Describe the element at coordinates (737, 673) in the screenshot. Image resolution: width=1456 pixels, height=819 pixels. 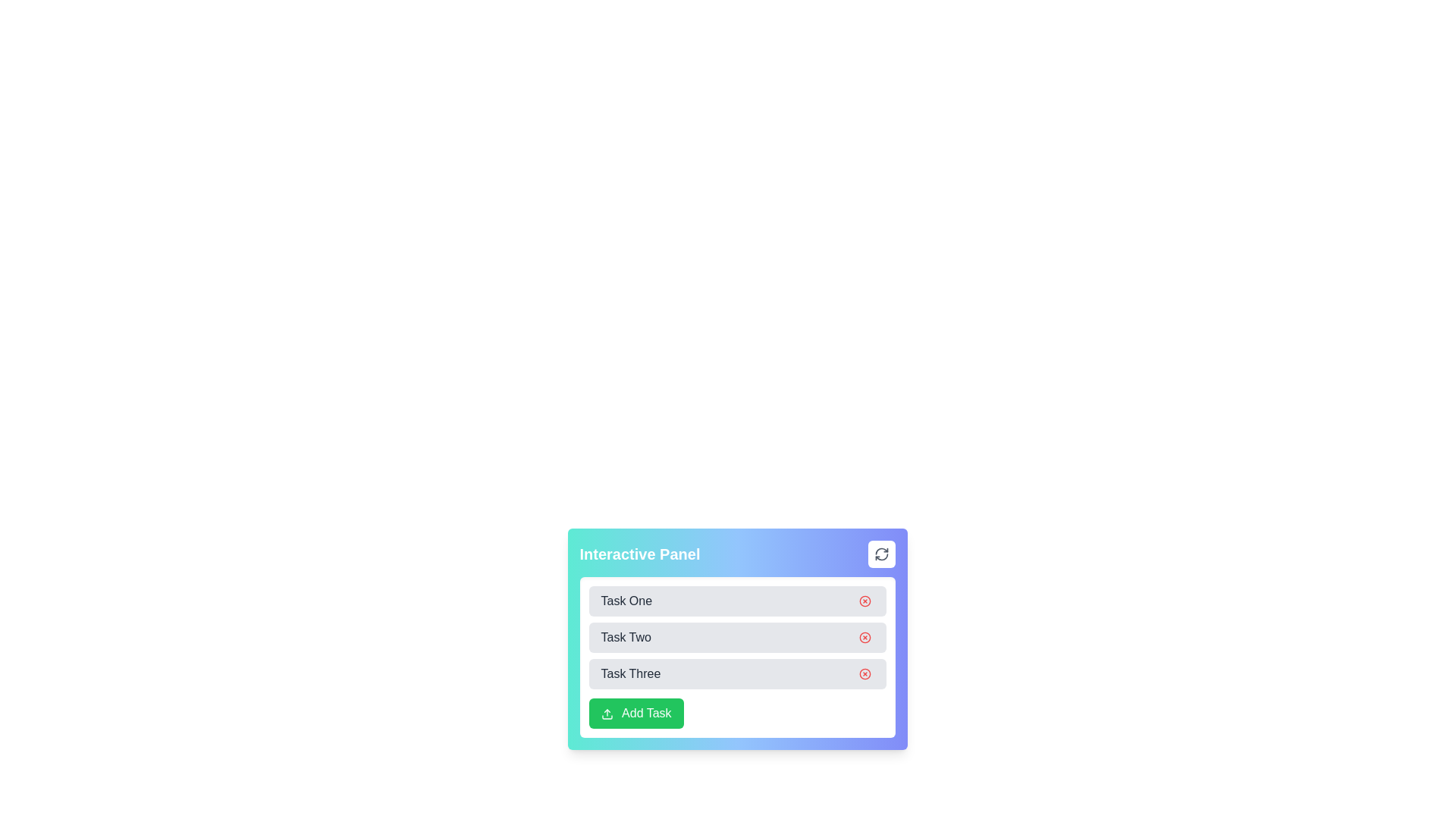
I see `the task entry labeled 'Task Three'` at that location.